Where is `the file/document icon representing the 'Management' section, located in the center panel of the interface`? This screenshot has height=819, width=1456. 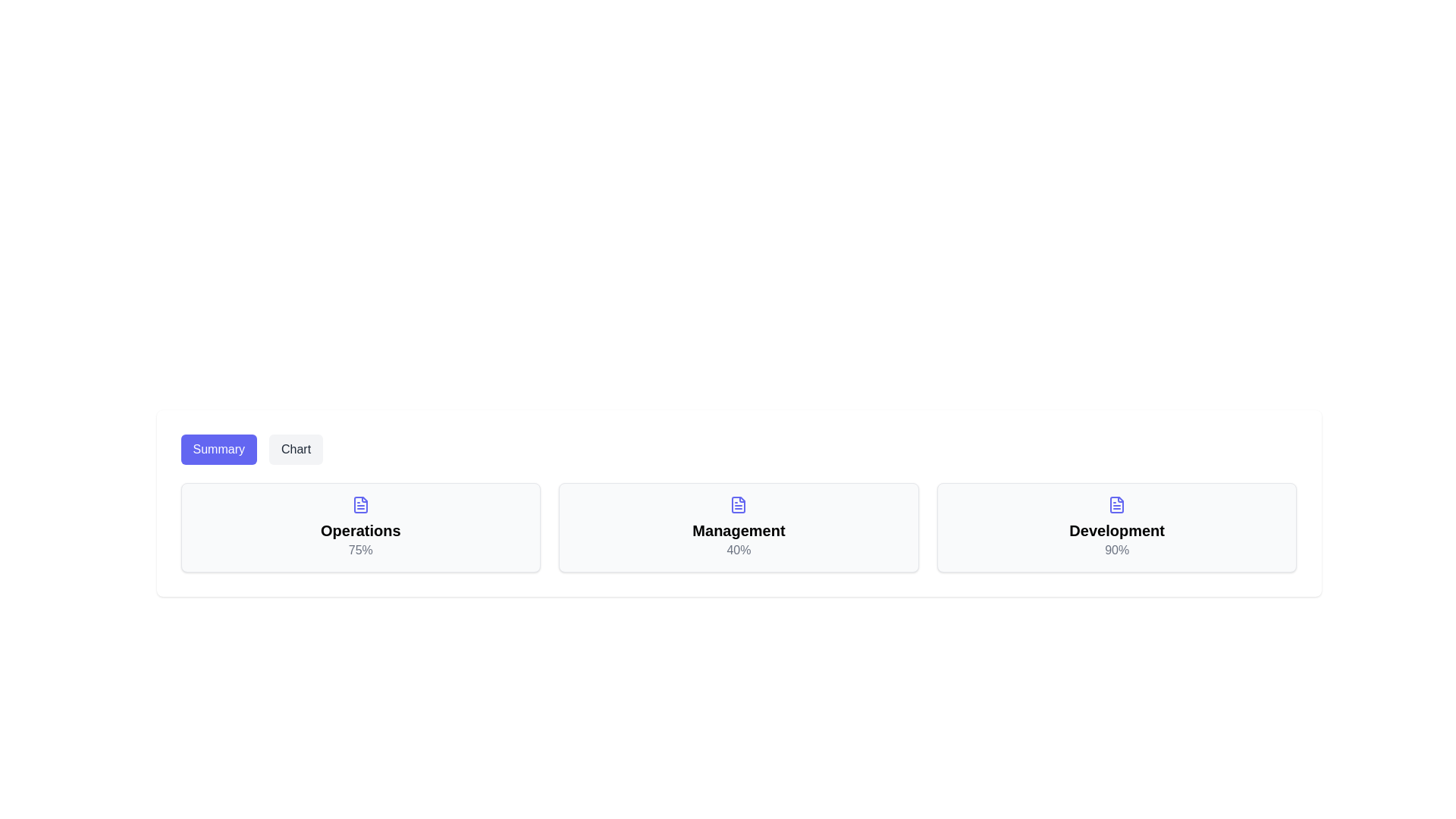 the file/document icon representing the 'Management' section, located in the center panel of the interface is located at coordinates (739, 505).